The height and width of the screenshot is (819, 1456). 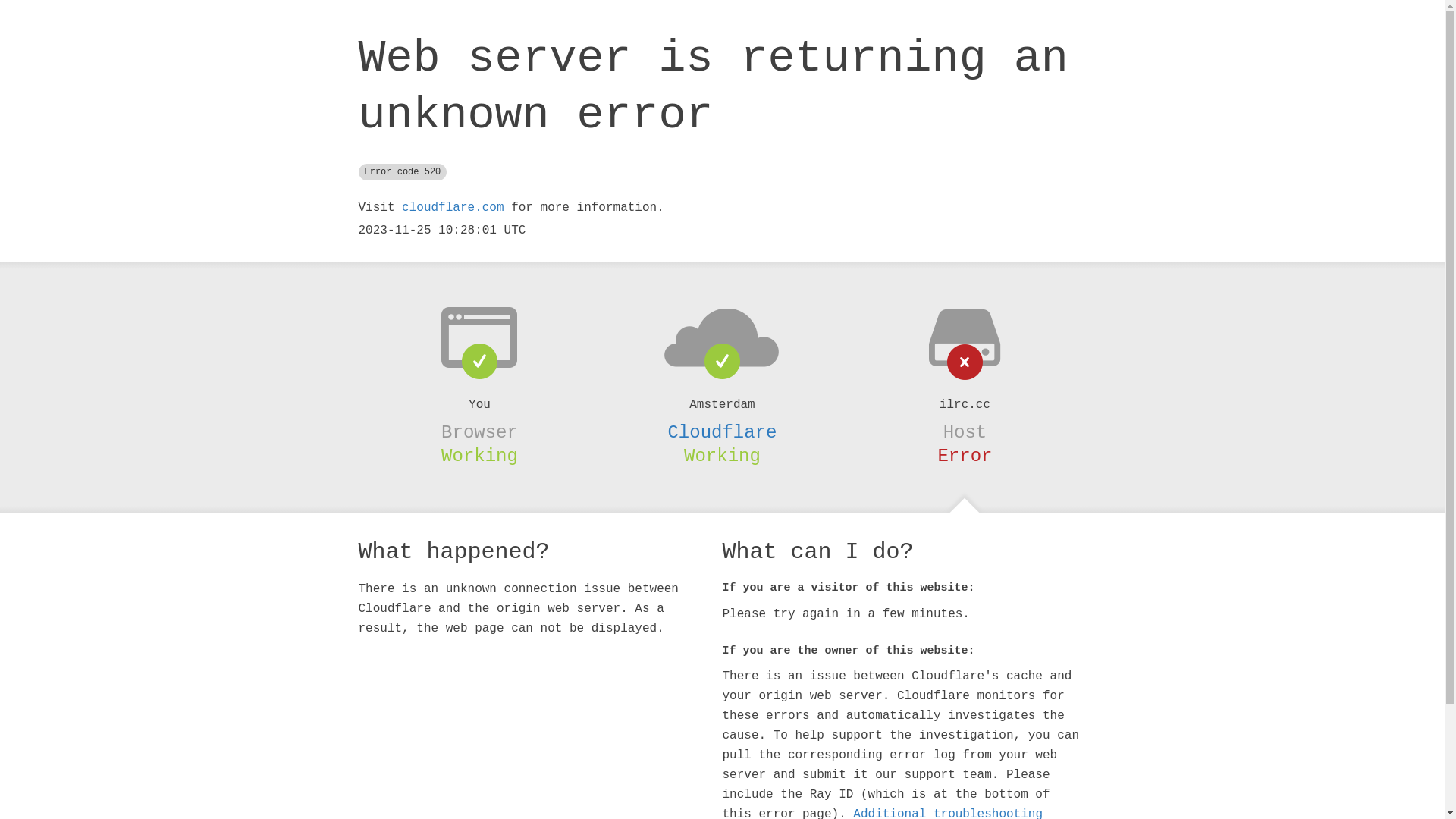 I want to click on 'cloudflare.com', so click(x=451, y=207).